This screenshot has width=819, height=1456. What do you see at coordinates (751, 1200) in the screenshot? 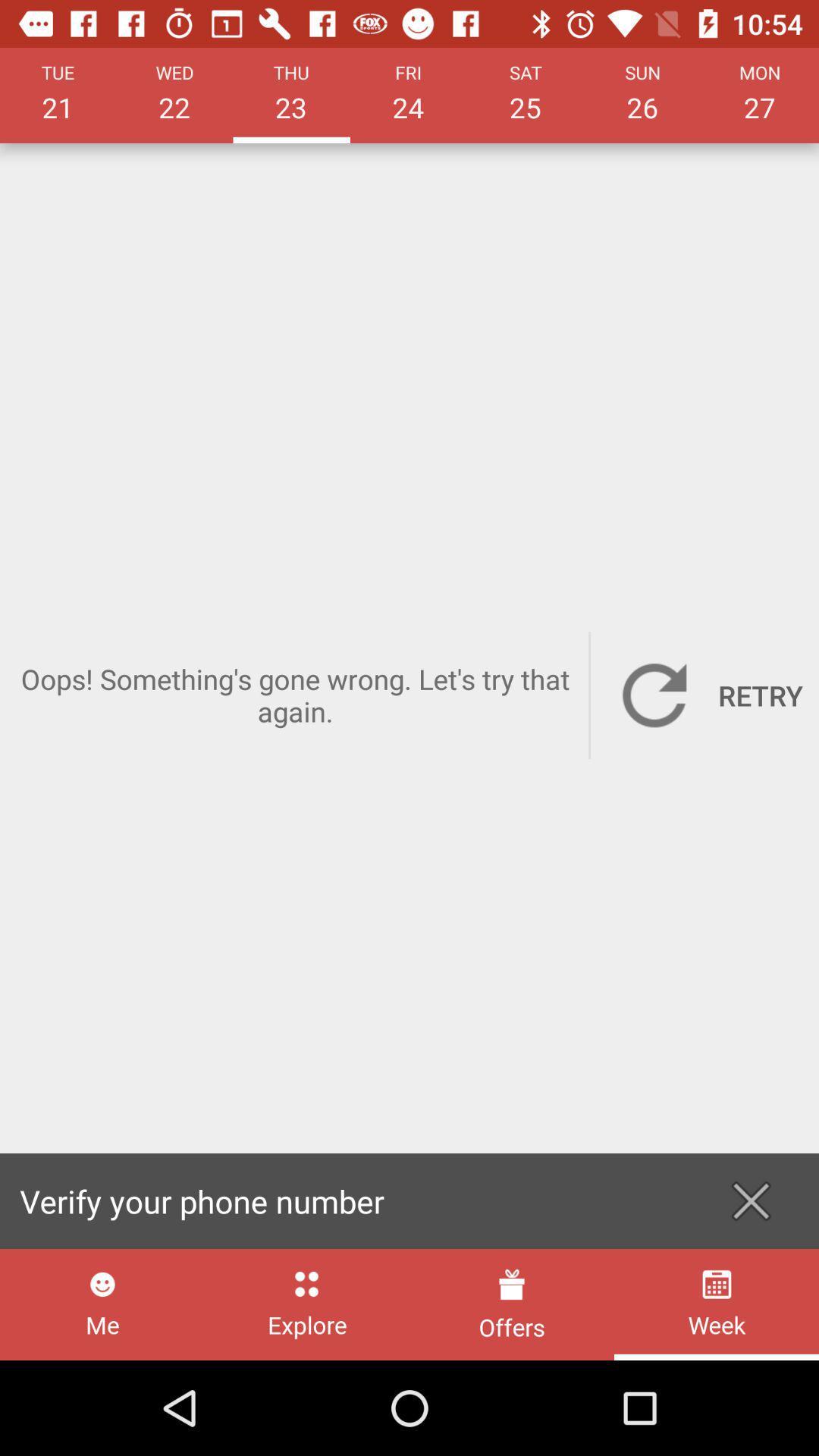
I see `the close icon` at bounding box center [751, 1200].